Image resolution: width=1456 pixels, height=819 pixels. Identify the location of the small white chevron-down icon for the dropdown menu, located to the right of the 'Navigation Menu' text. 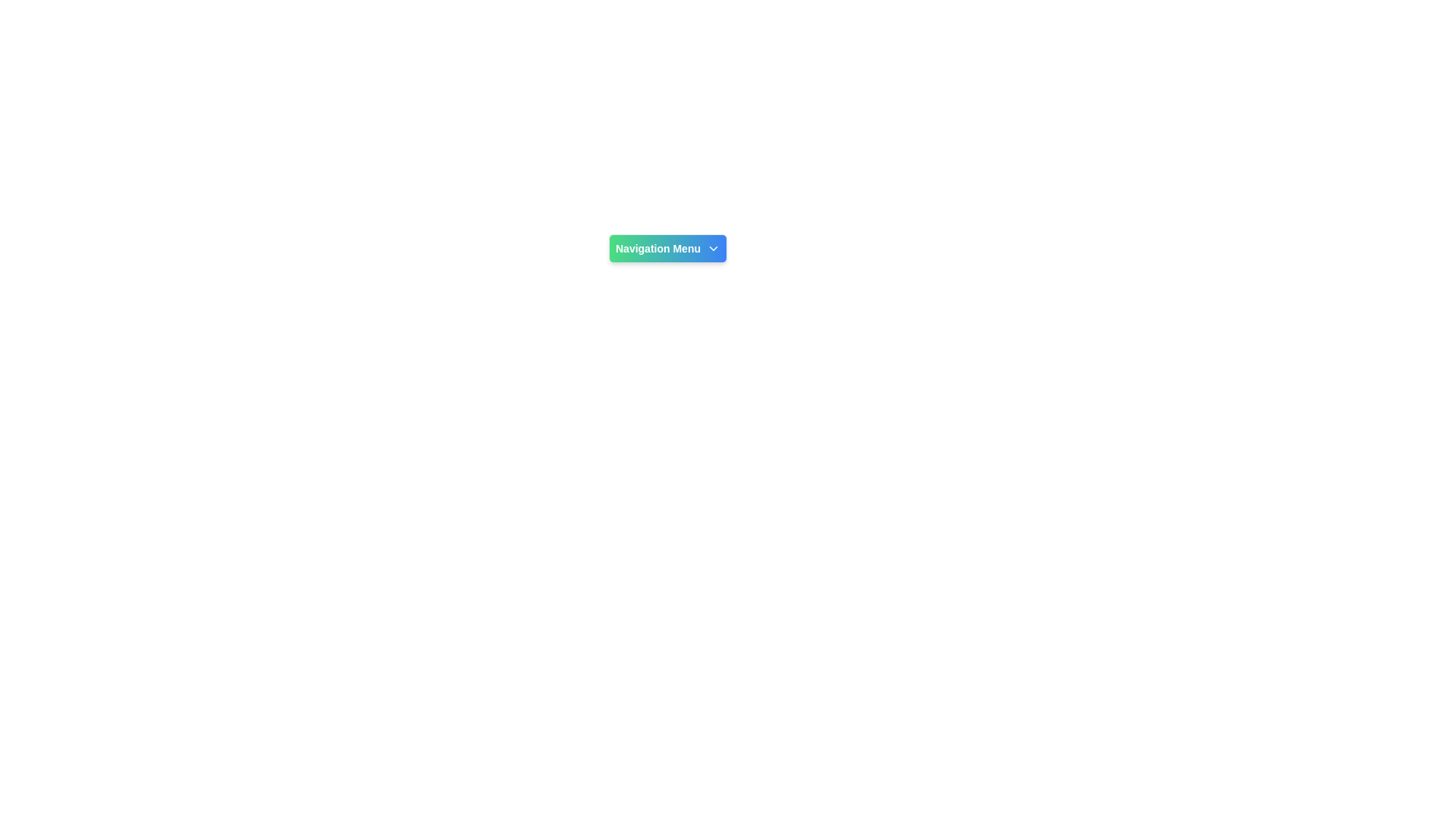
(712, 247).